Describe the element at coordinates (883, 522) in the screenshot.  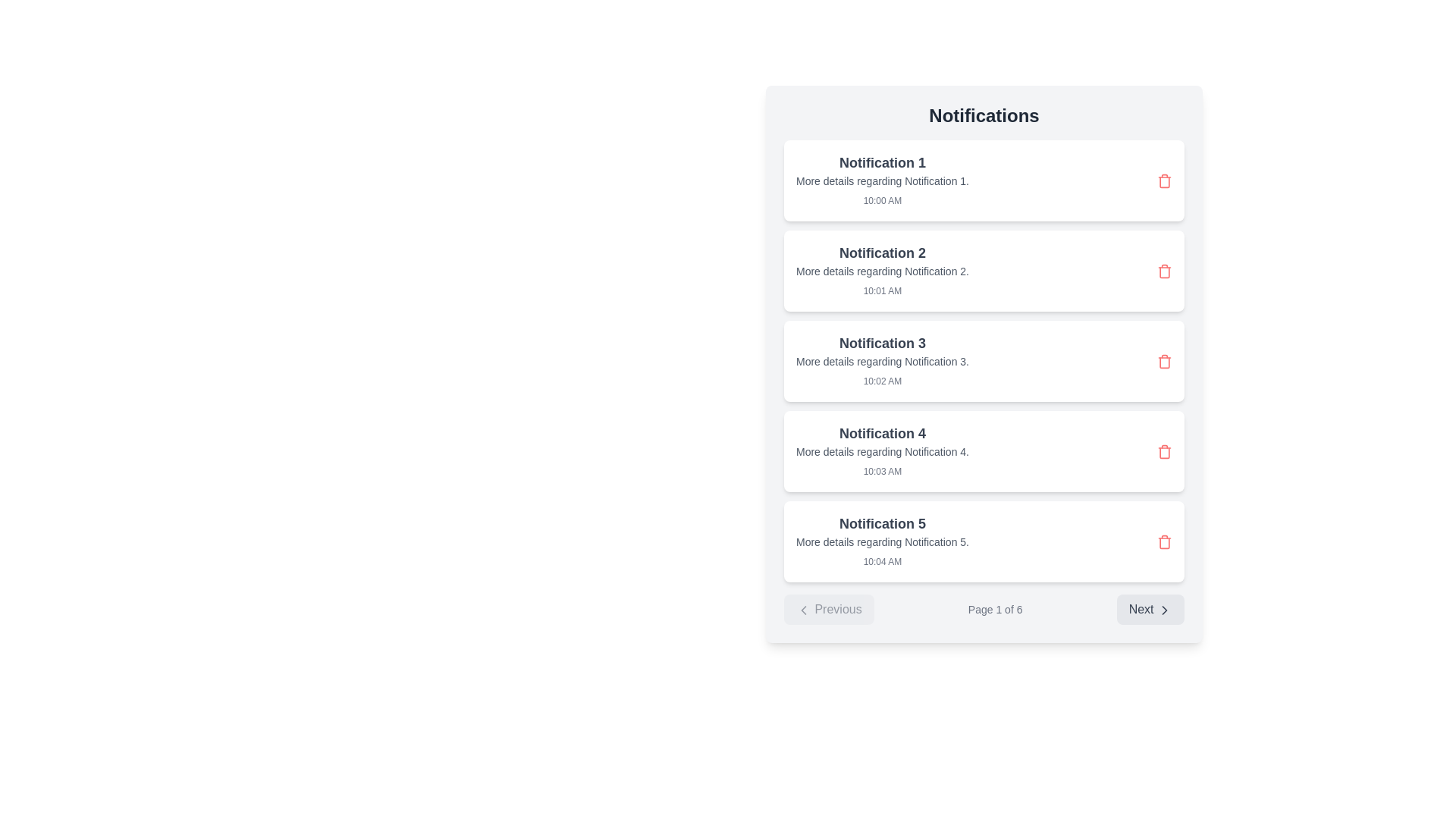
I see `text label that serves as the title for the fifth notification in the notification list` at that location.